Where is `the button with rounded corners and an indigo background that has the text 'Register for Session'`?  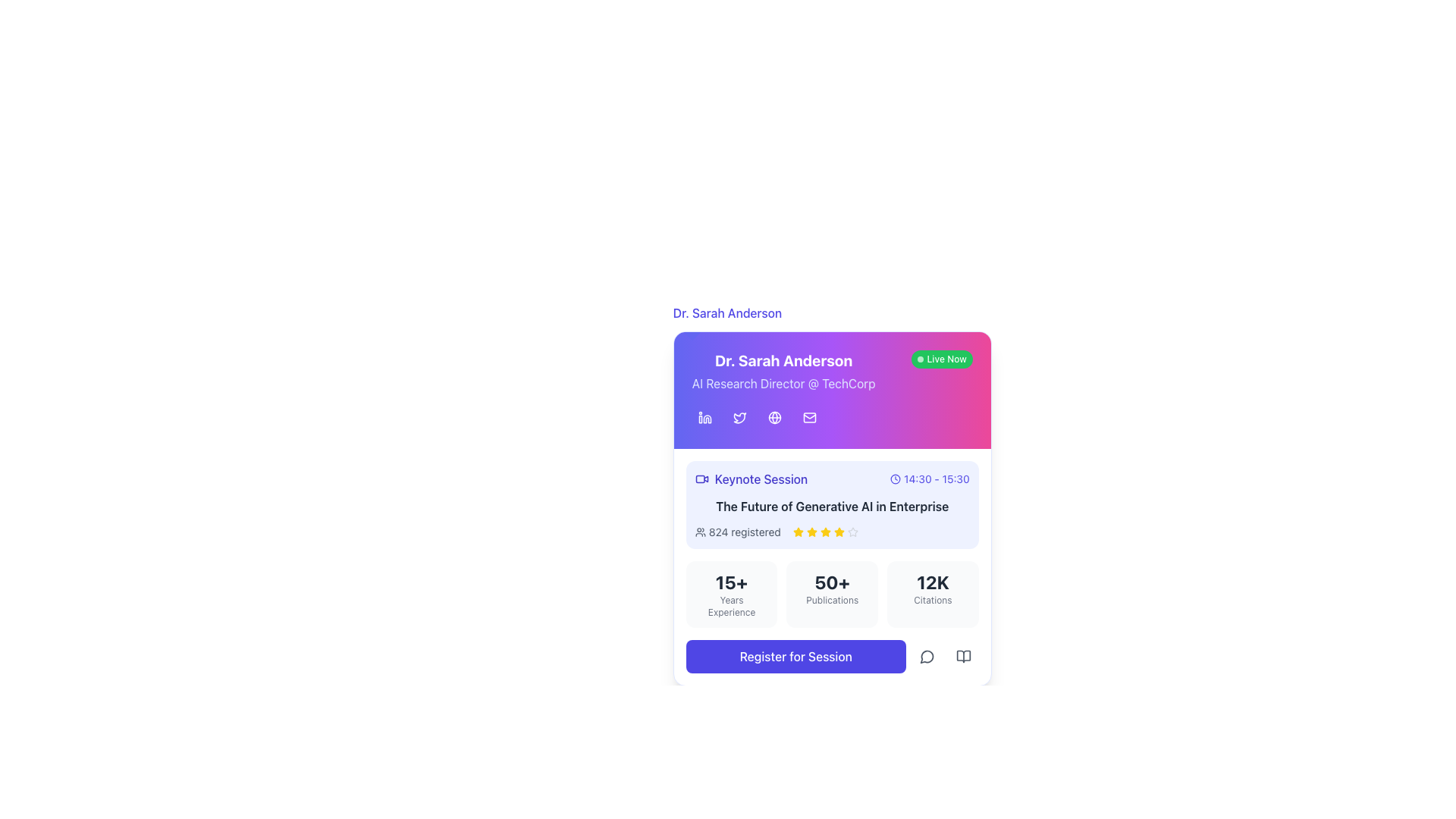
the button with rounded corners and an indigo background that has the text 'Register for Session' is located at coordinates (795, 656).